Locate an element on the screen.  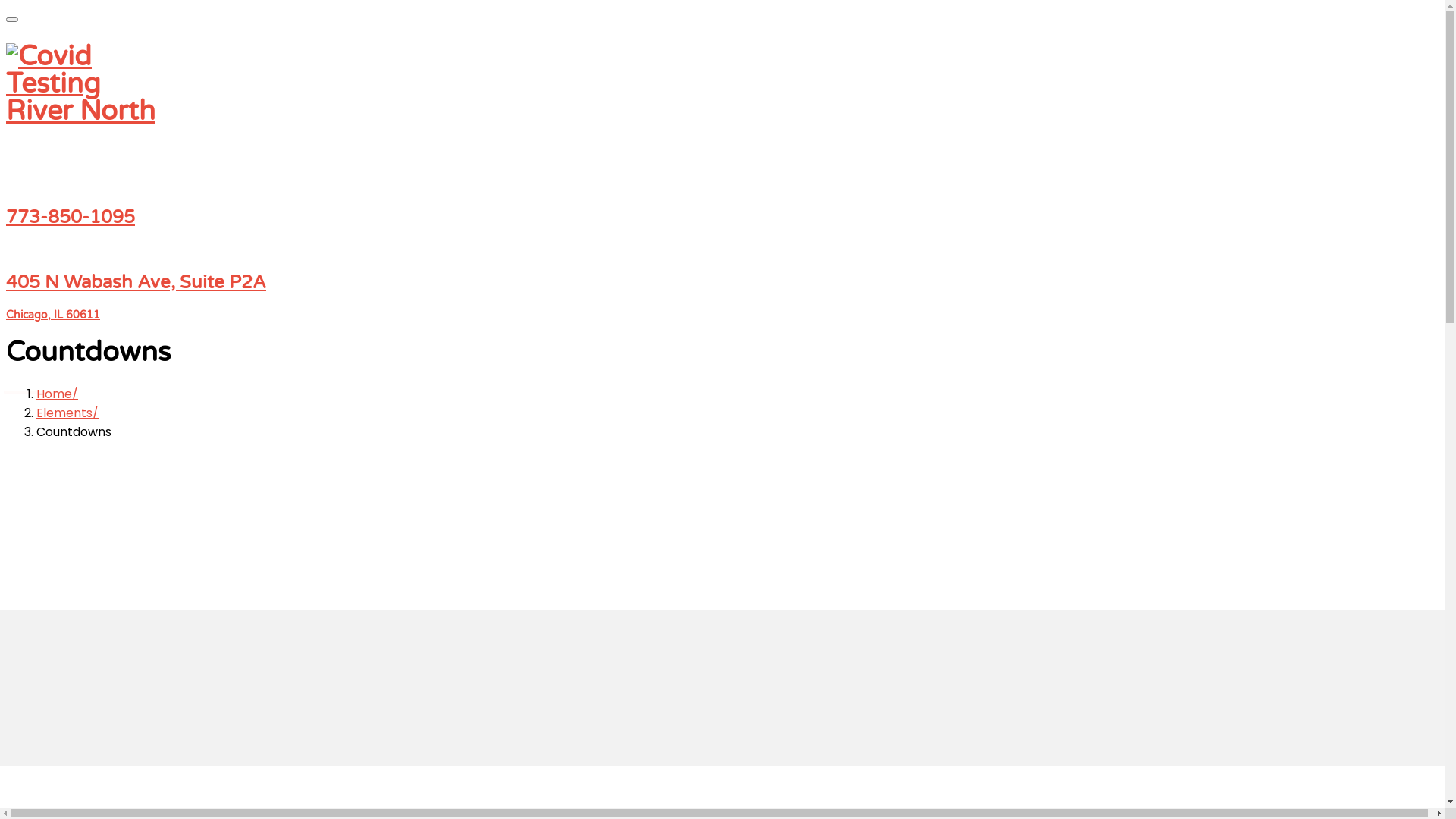
'Elements' is located at coordinates (67, 413).